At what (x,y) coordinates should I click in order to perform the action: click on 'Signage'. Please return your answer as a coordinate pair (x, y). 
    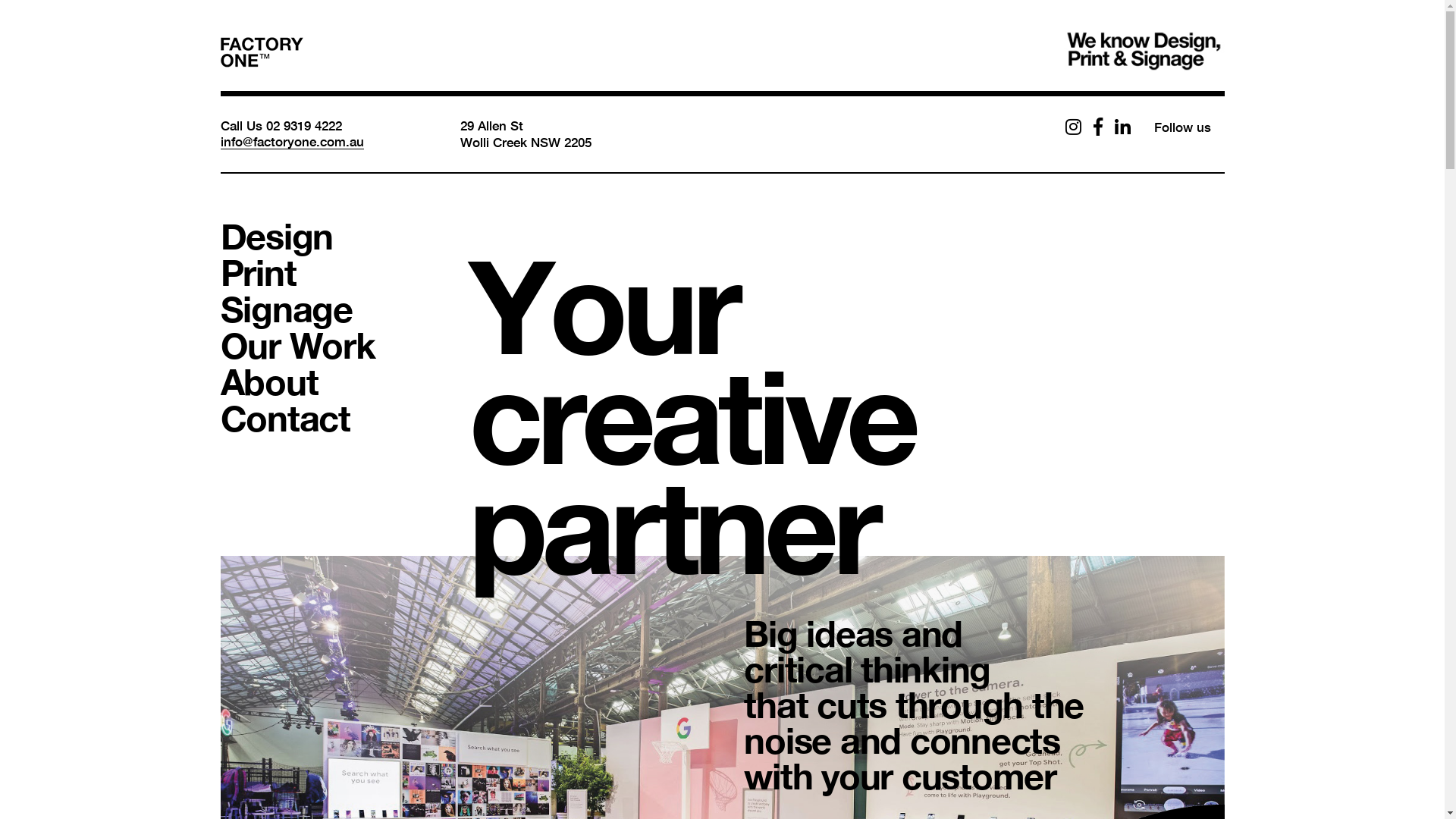
    Looking at the image, I should click on (218, 308).